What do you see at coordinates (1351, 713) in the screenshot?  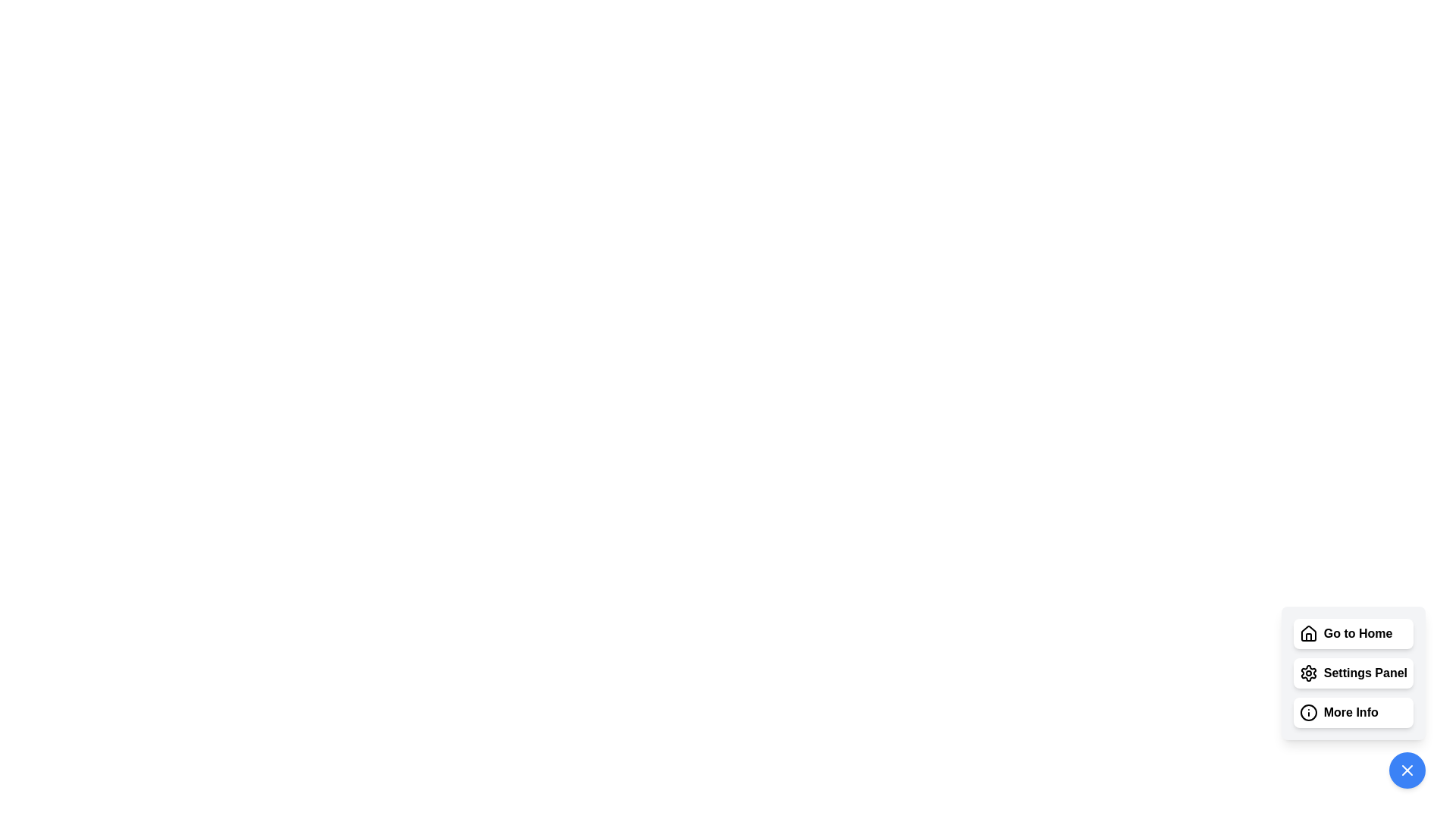 I see `the button that contains the text label positioned at the bottom-right corner of the page, which is the third item in a vertically-stacked list of buttons following 'Settings Panel' and 'Go to Home'` at bounding box center [1351, 713].